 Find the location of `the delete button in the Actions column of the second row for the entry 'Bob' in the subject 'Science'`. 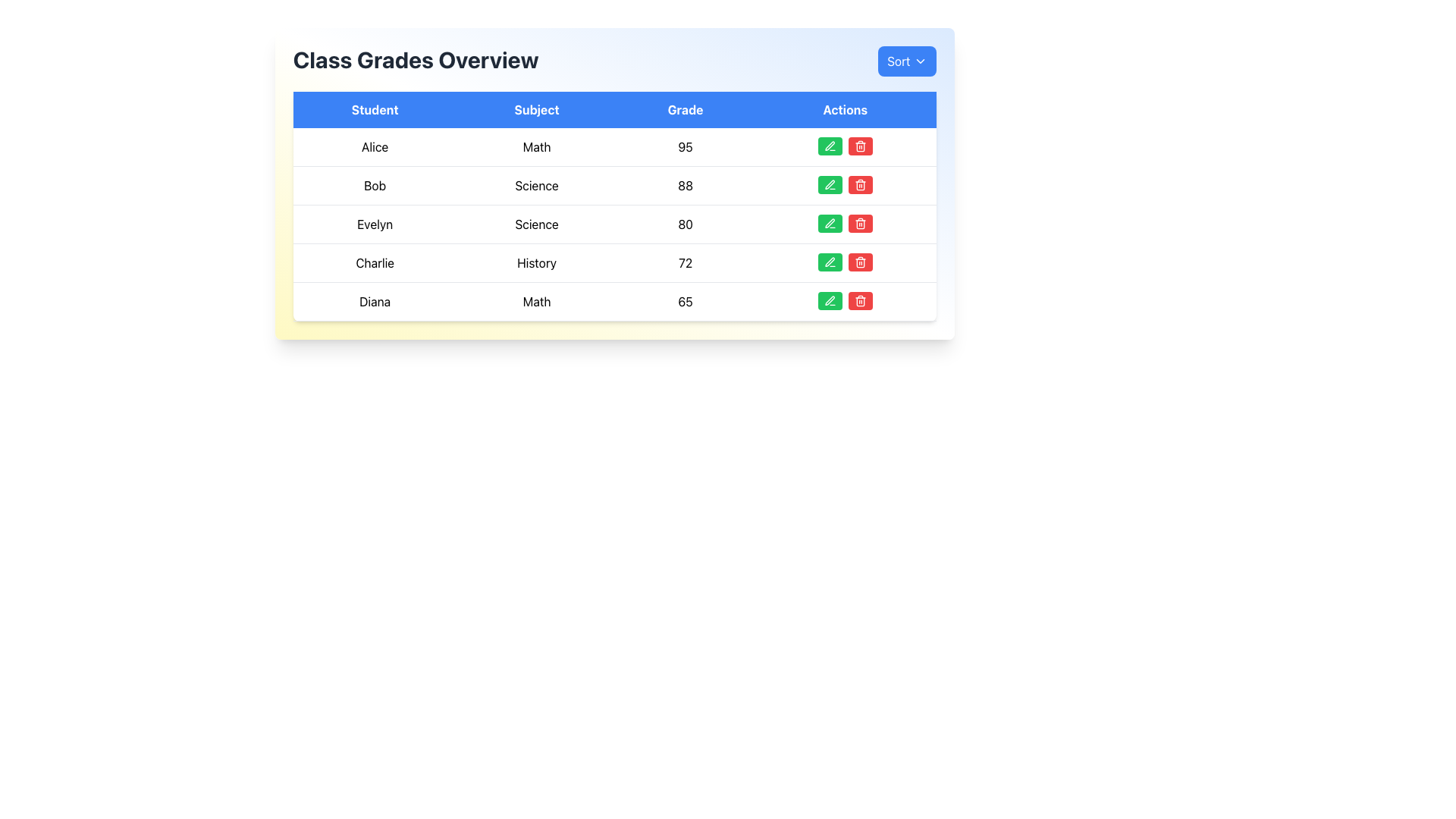

the delete button in the Actions column of the second row for the entry 'Bob' in the subject 'Science' is located at coordinates (860, 184).